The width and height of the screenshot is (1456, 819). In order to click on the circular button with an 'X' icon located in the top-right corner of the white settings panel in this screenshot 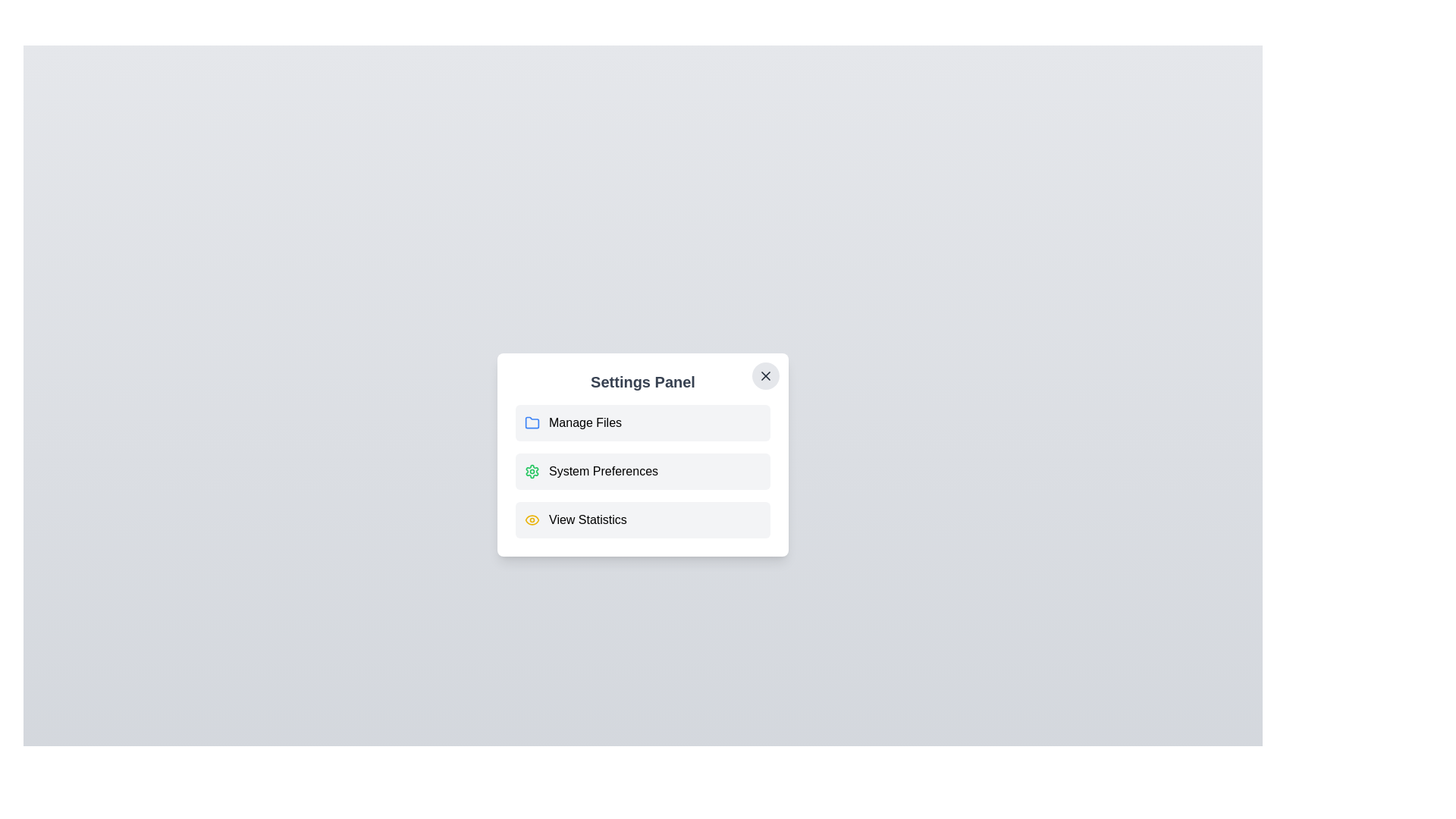, I will do `click(765, 375)`.